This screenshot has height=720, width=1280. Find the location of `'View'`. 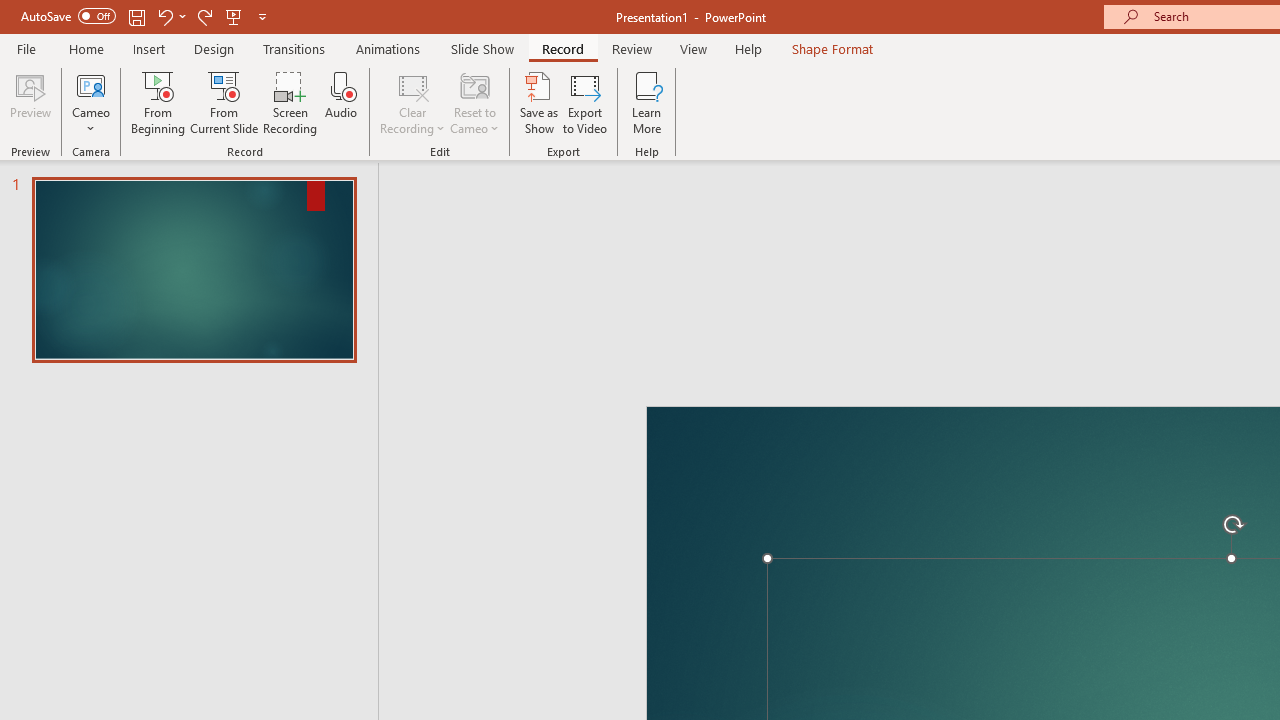

'View' is located at coordinates (693, 48).